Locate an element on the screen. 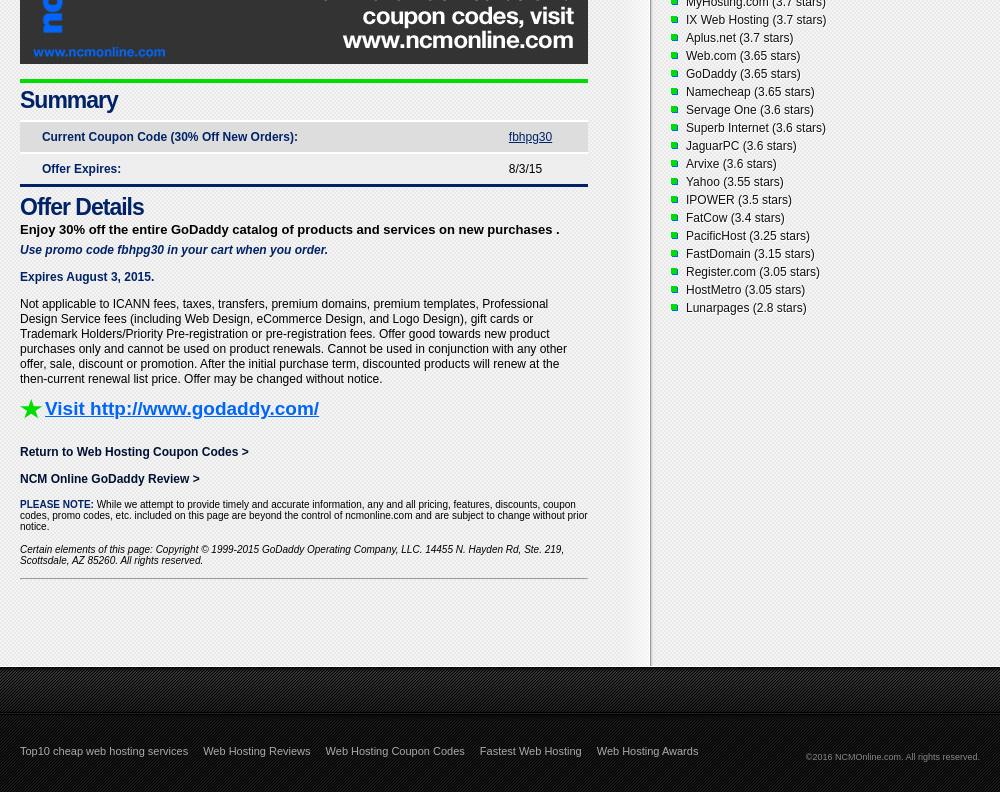  'Offer Expires:' is located at coordinates (80, 169).